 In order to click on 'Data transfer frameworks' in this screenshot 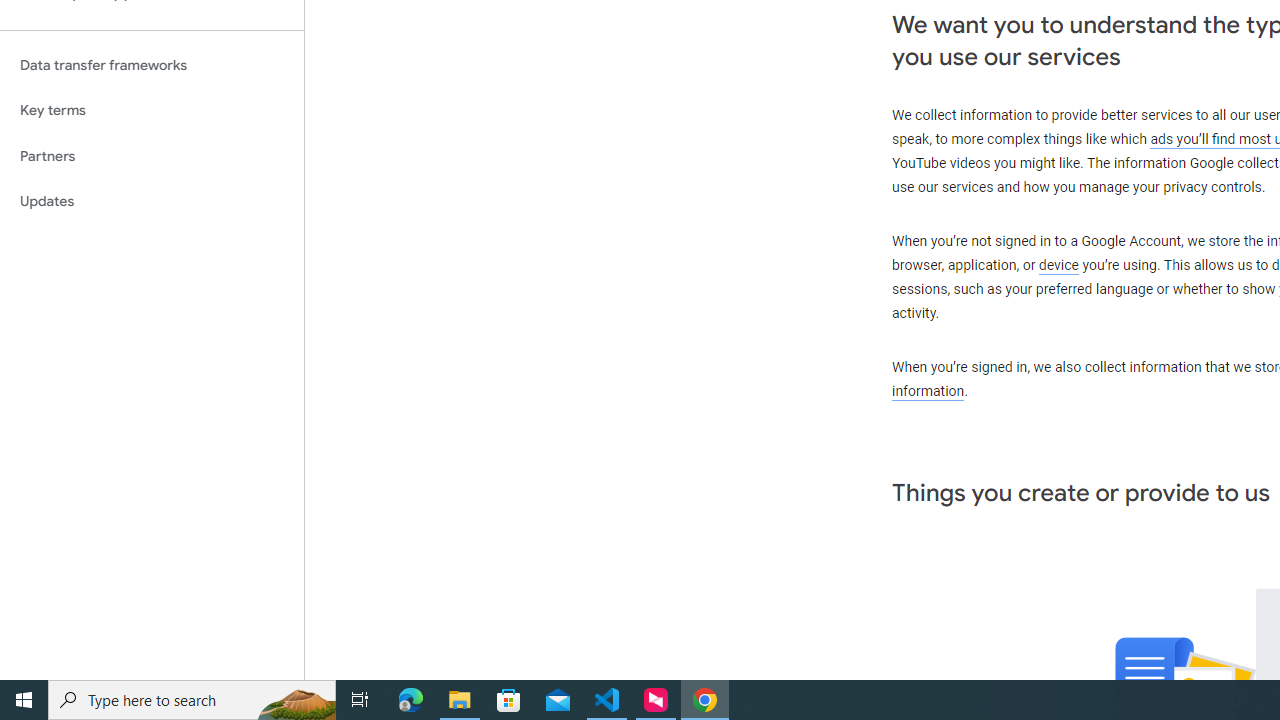, I will do `click(151, 64)`.